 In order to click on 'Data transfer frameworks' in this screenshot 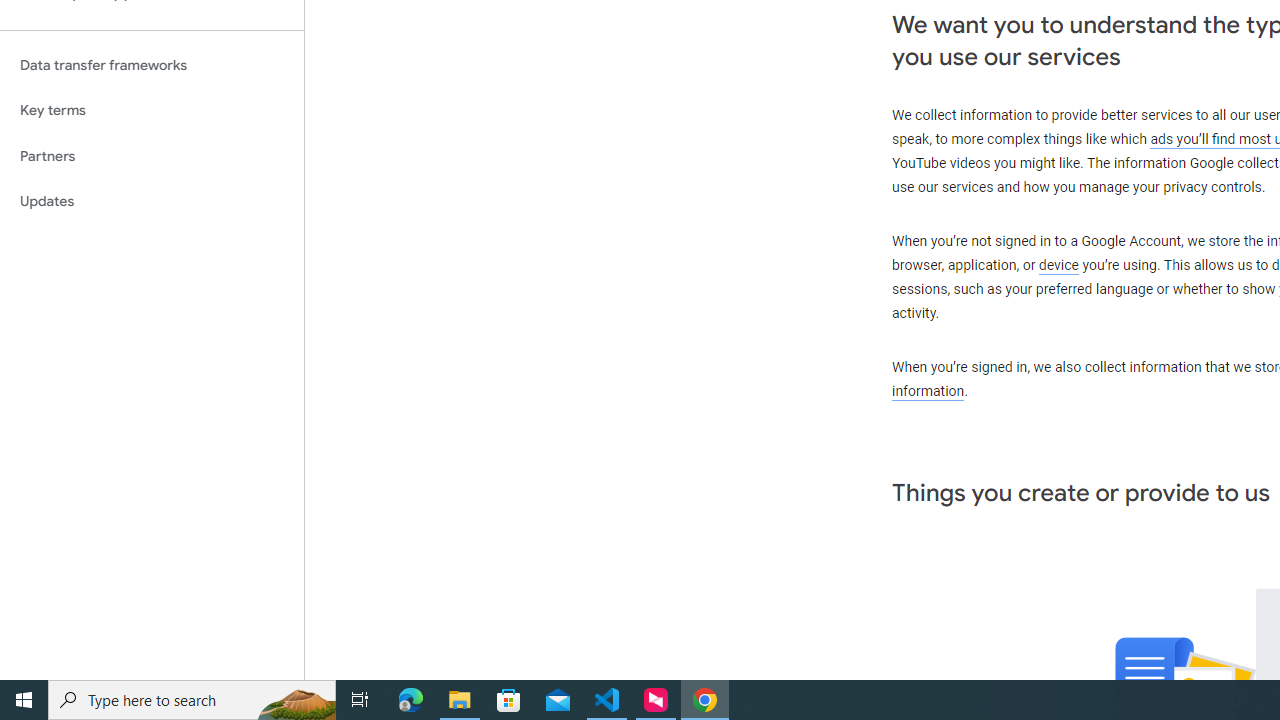, I will do `click(151, 64)`.